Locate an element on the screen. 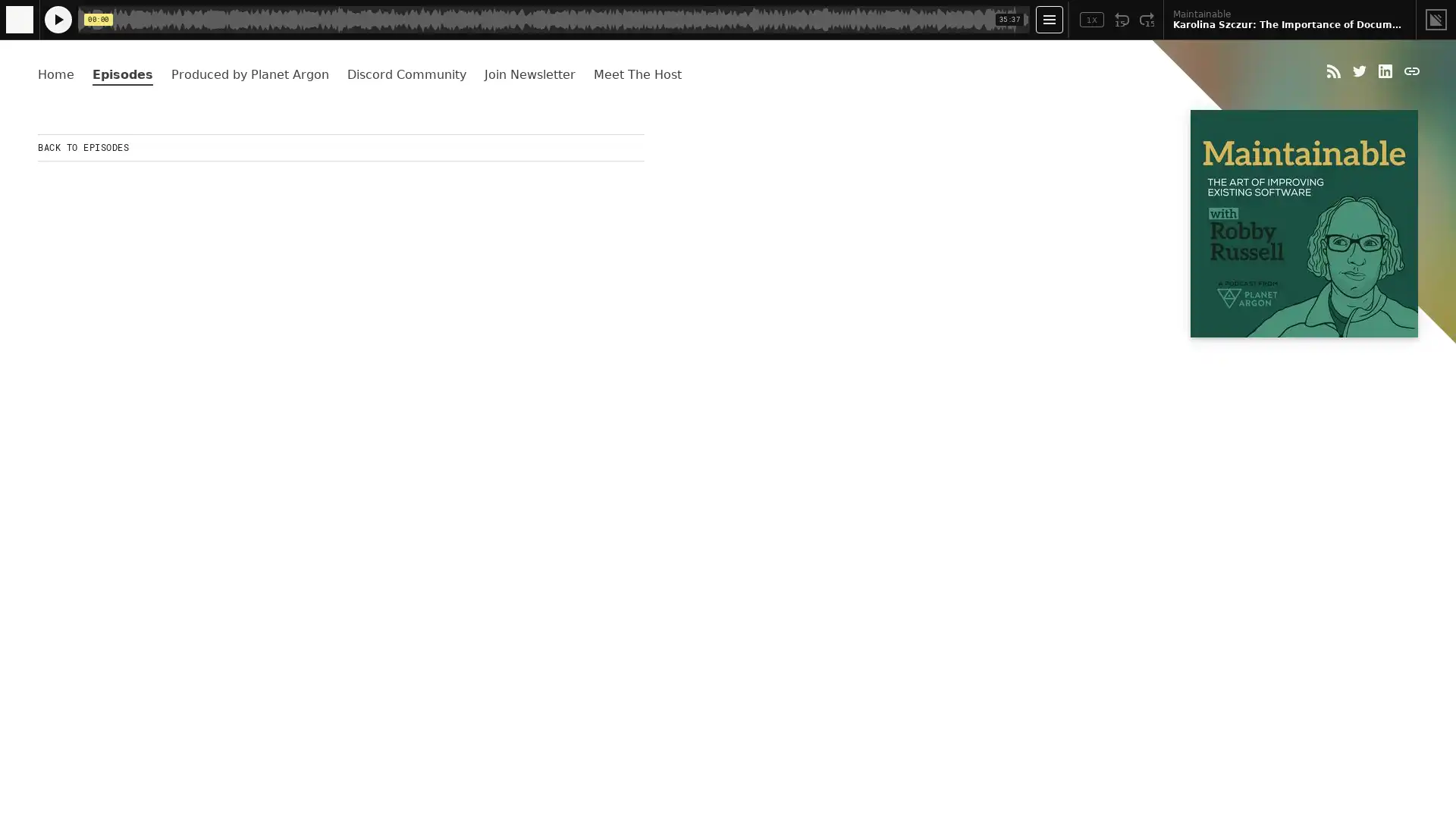  Play is located at coordinates (193, 203).